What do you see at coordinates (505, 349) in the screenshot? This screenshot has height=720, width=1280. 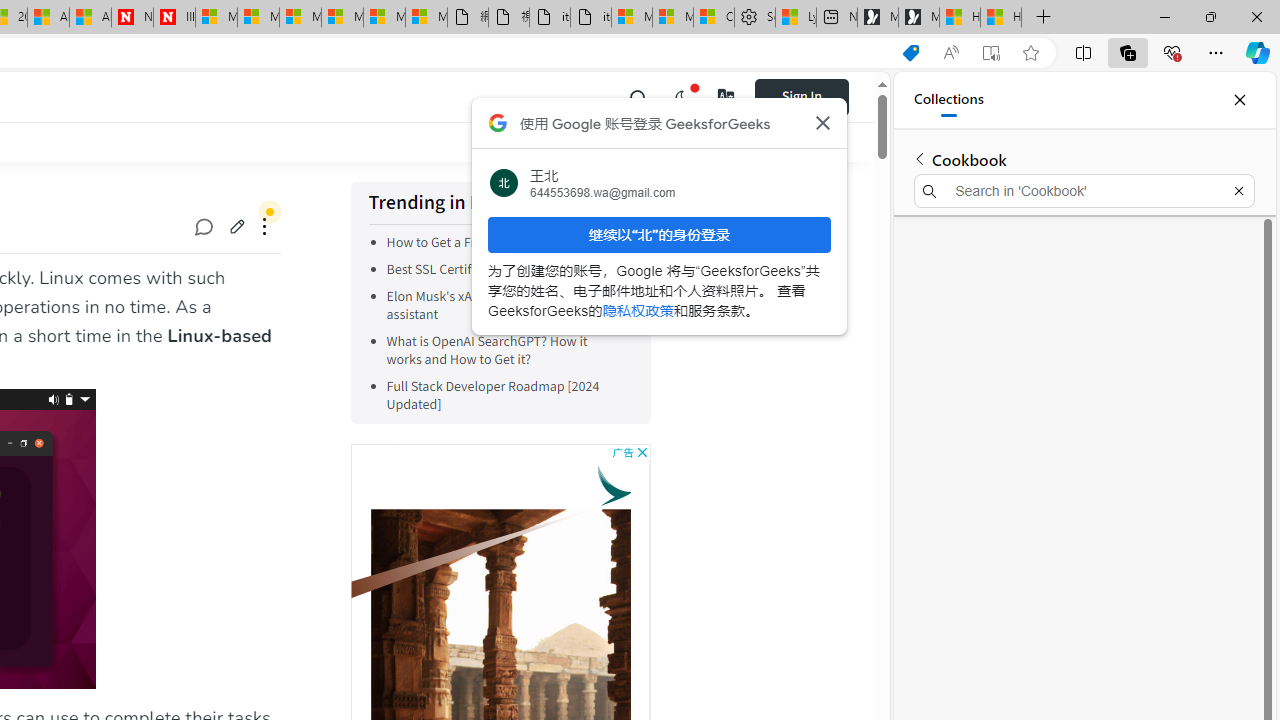 I see `'What is OpenAI SearchGPT? How it works and How to Get it?'` at bounding box center [505, 349].